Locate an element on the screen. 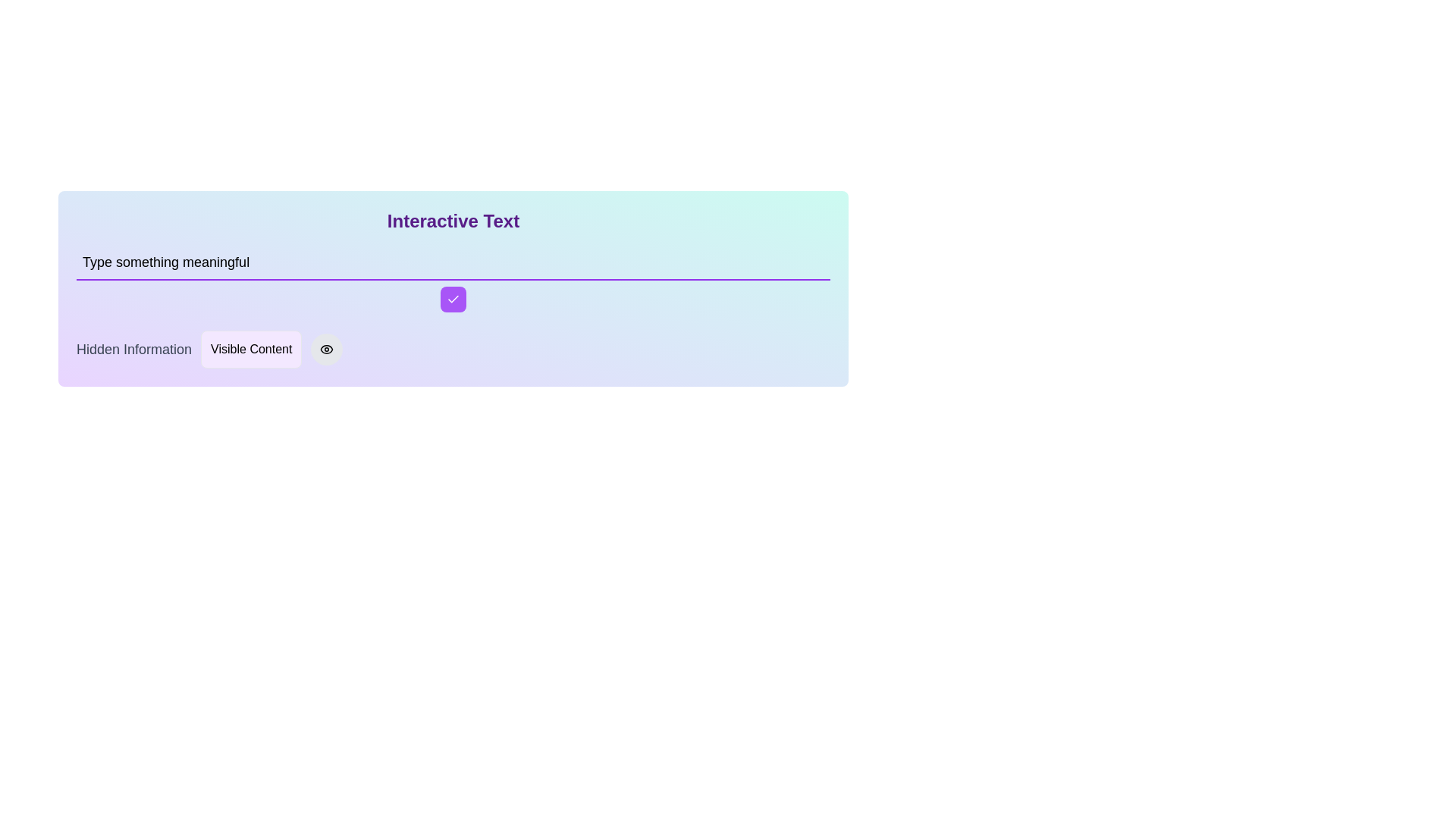  the visibility icon located at the far right of the icons in the 'Visible Content' area is located at coordinates (326, 350).